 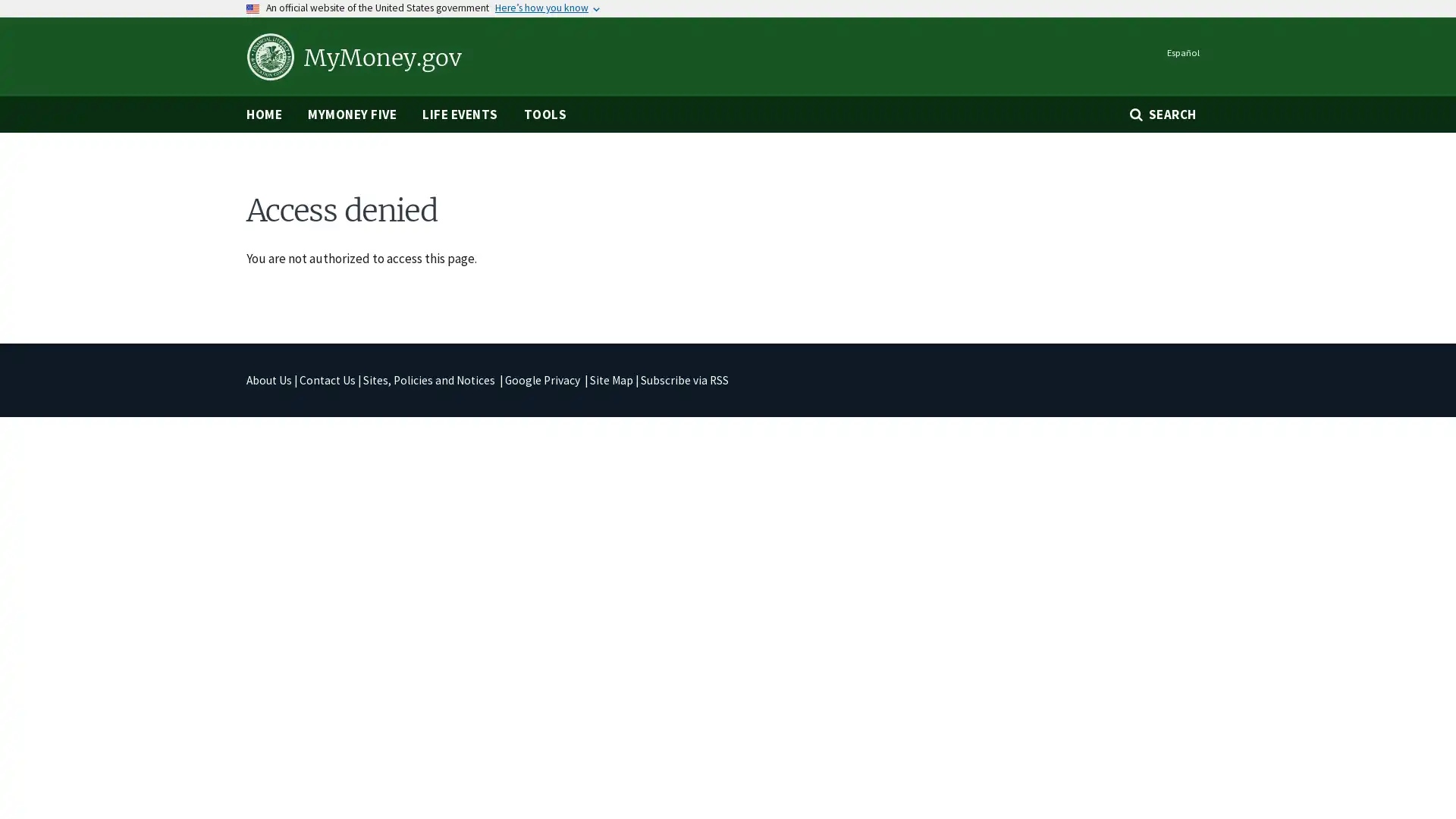 I want to click on Heres how you know, so click(x=541, y=8).